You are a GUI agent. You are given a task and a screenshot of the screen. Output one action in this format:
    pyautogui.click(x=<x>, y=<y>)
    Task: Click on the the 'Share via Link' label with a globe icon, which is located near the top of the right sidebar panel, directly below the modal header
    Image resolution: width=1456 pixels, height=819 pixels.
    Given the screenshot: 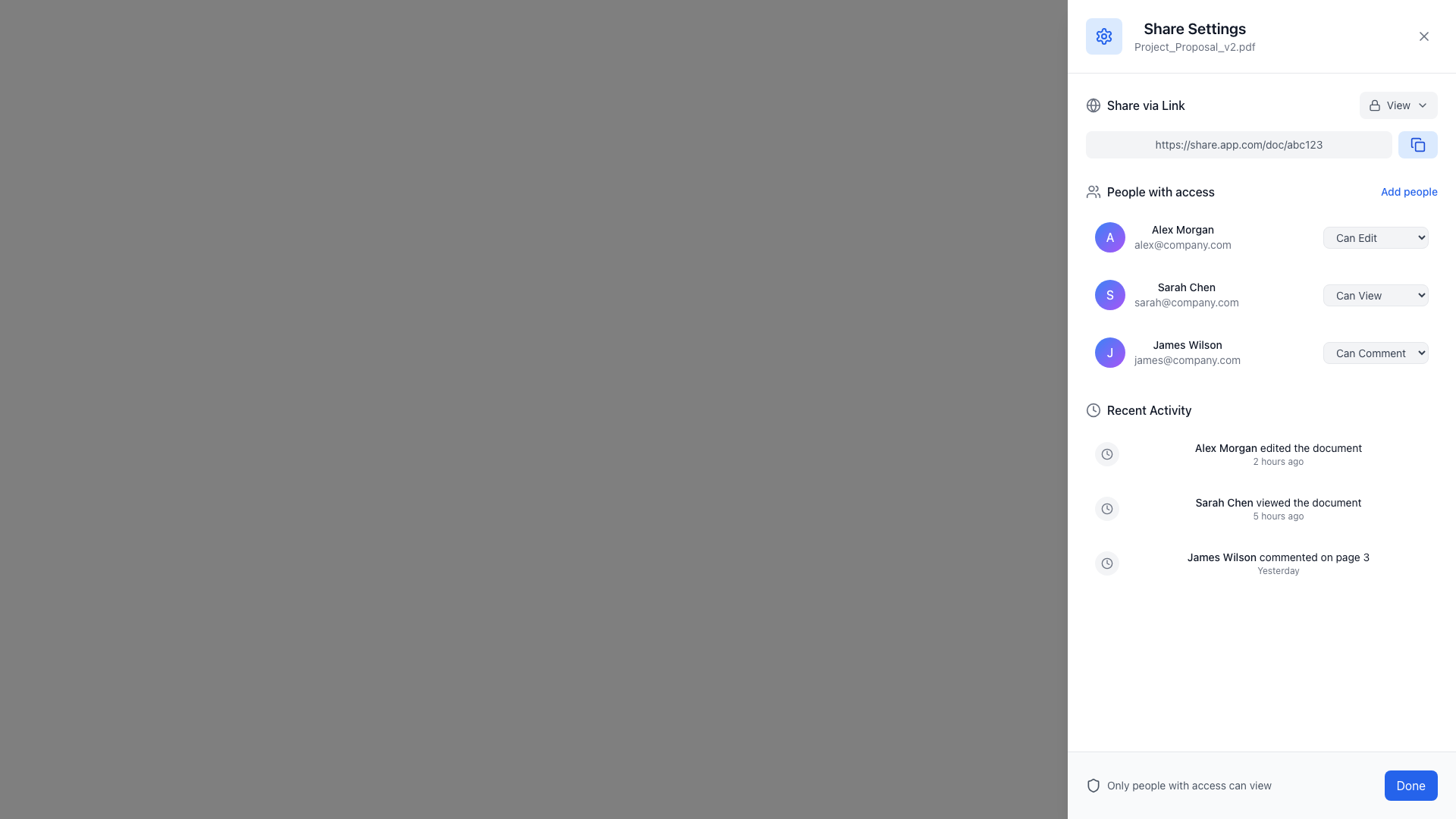 What is the action you would take?
    pyautogui.click(x=1135, y=104)
    